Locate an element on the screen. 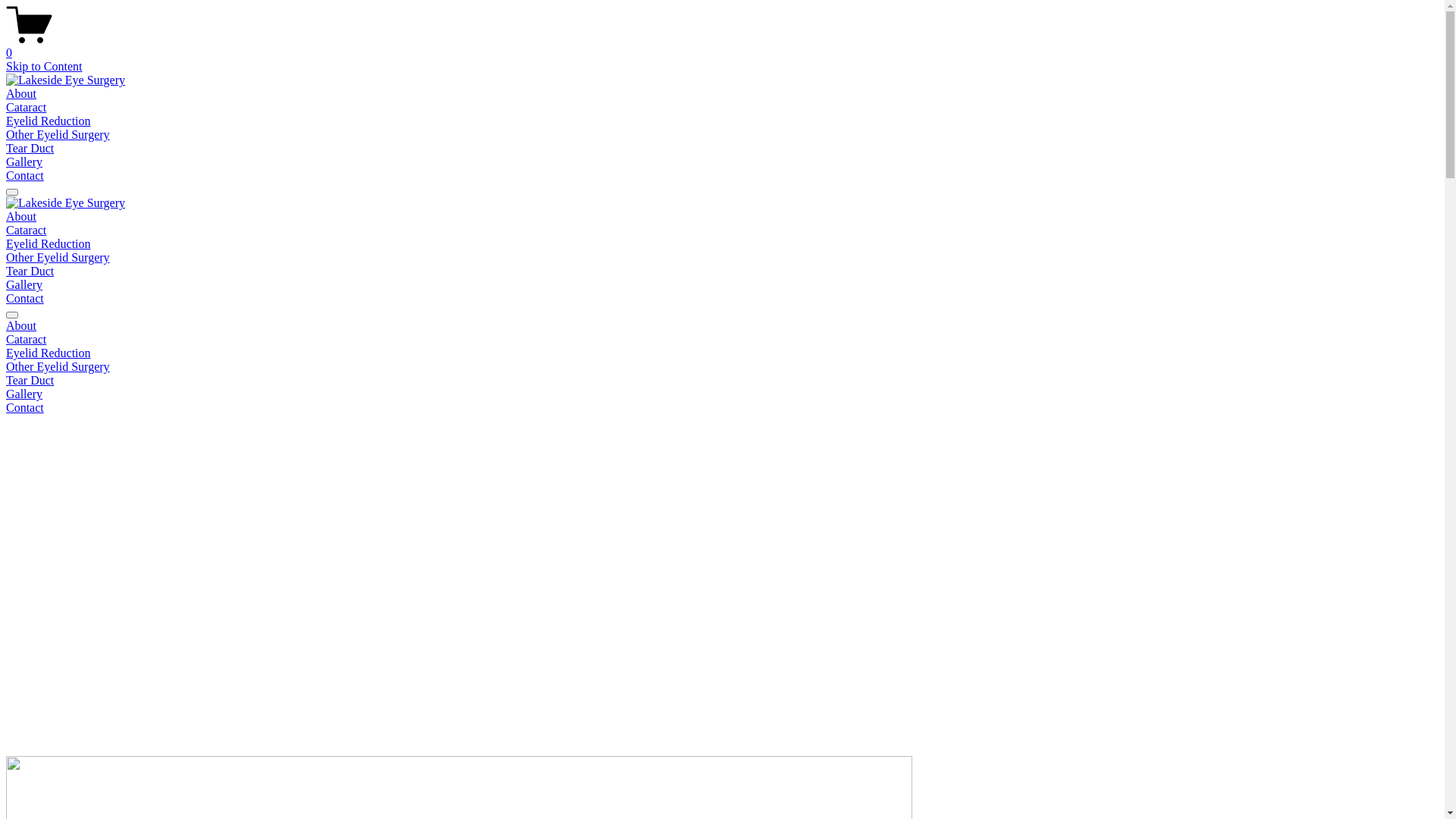 This screenshot has height=819, width=1456. 'Gallery' is located at coordinates (24, 162).